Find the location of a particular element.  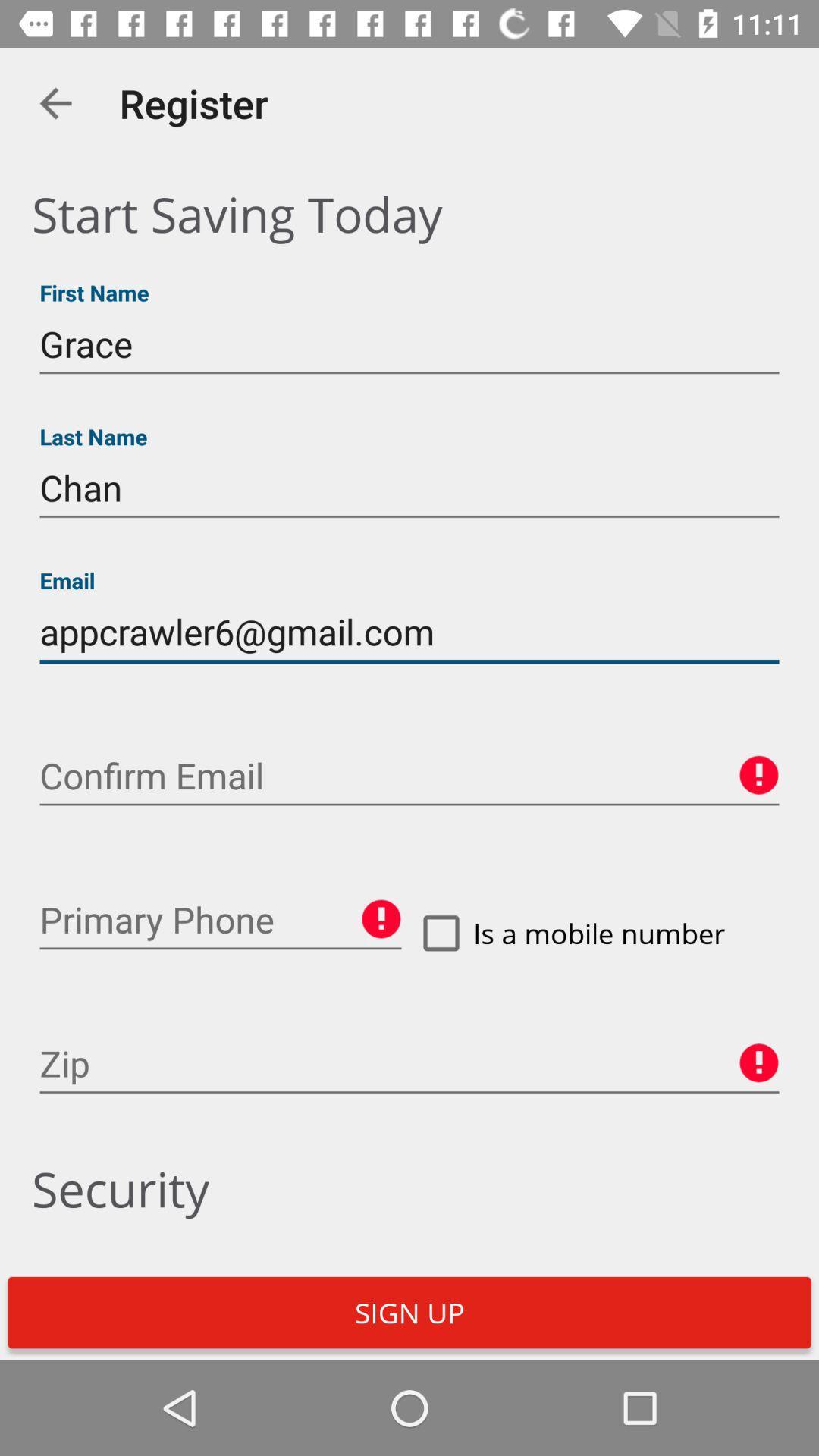

password page is located at coordinates (409, 776).